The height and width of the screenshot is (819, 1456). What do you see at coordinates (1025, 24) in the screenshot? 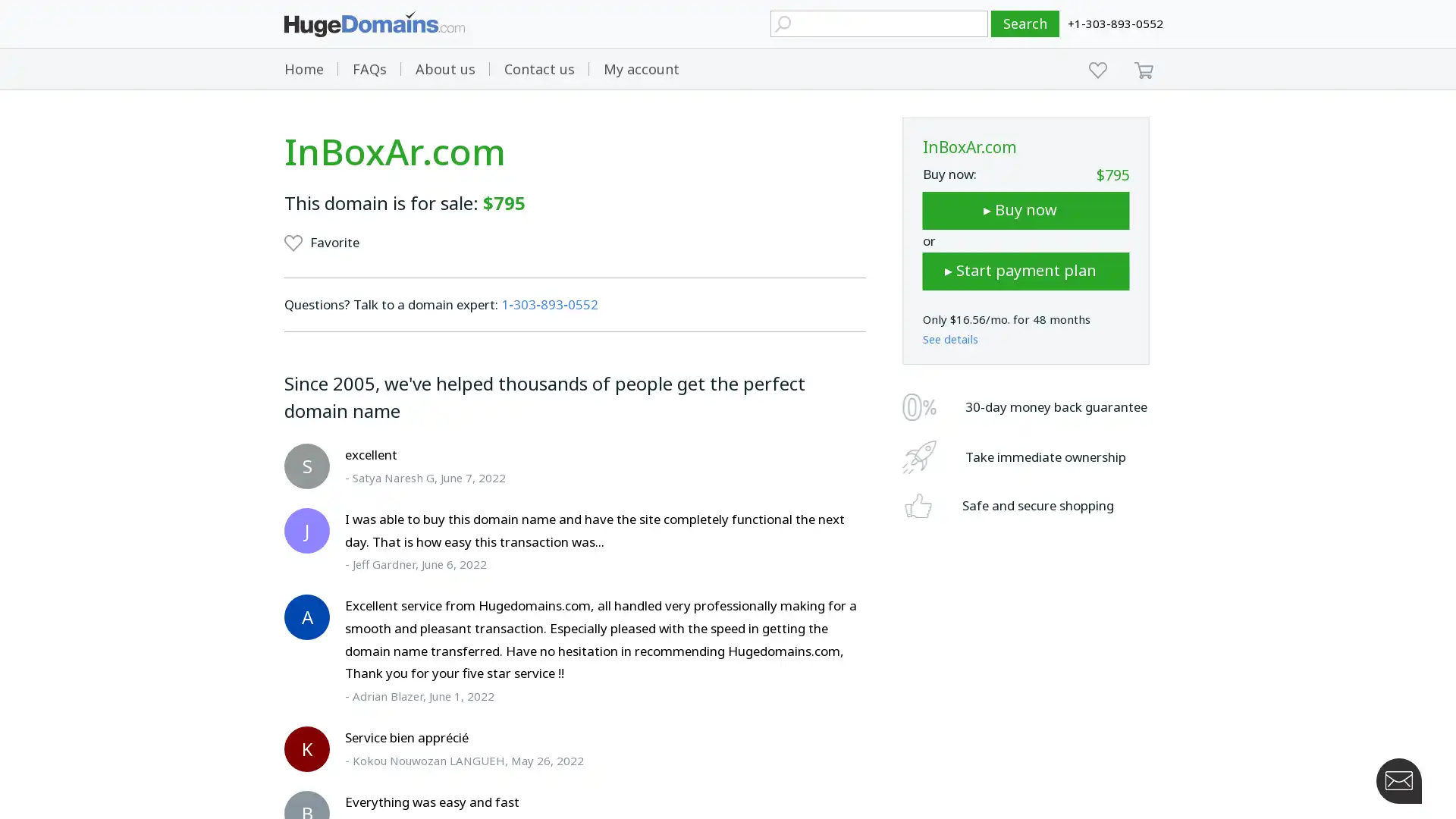
I see `Search` at bounding box center [1025, 24].